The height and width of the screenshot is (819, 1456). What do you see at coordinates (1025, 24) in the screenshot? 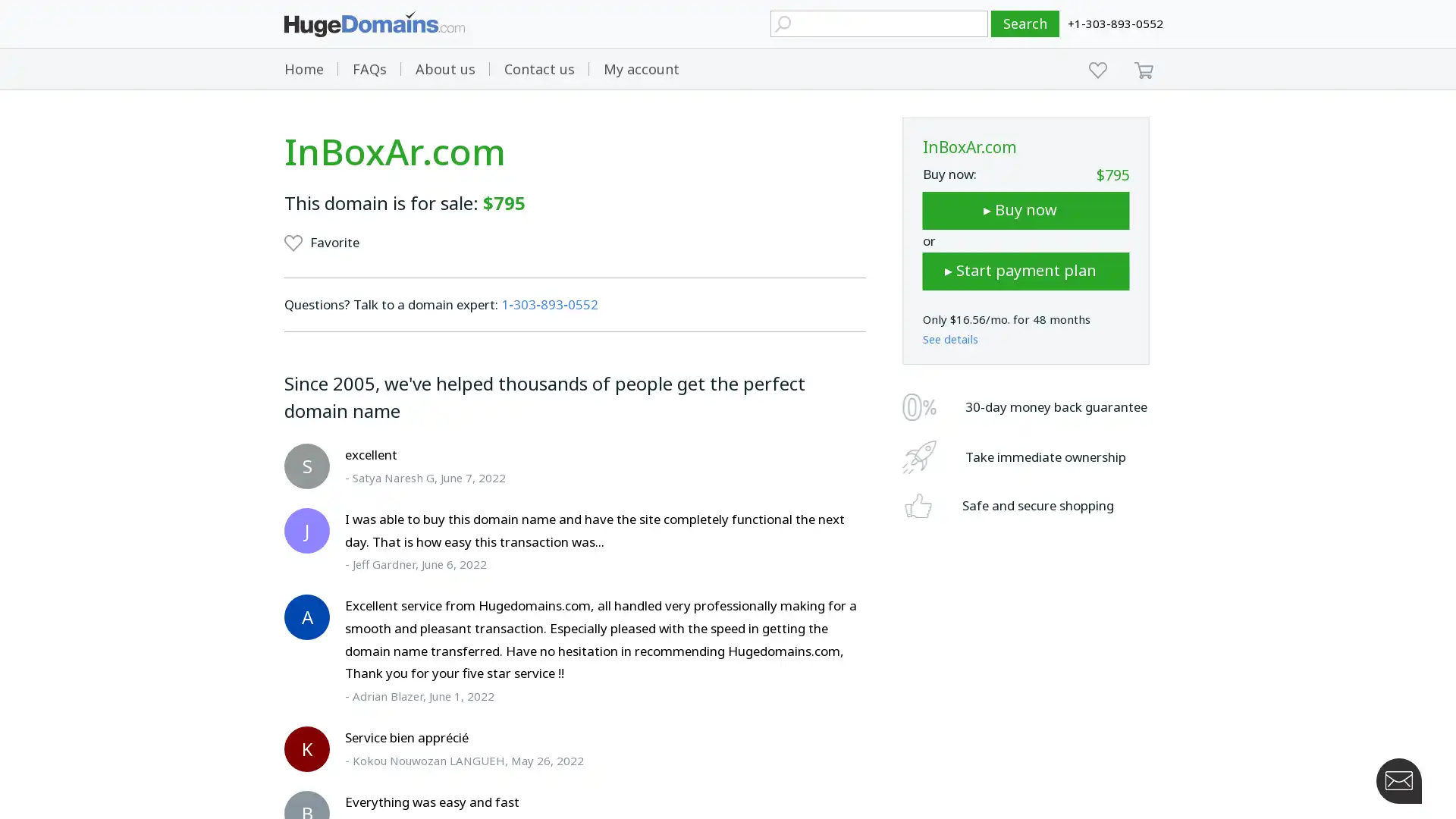
I see `Search` at bounding box center [1025, 24].